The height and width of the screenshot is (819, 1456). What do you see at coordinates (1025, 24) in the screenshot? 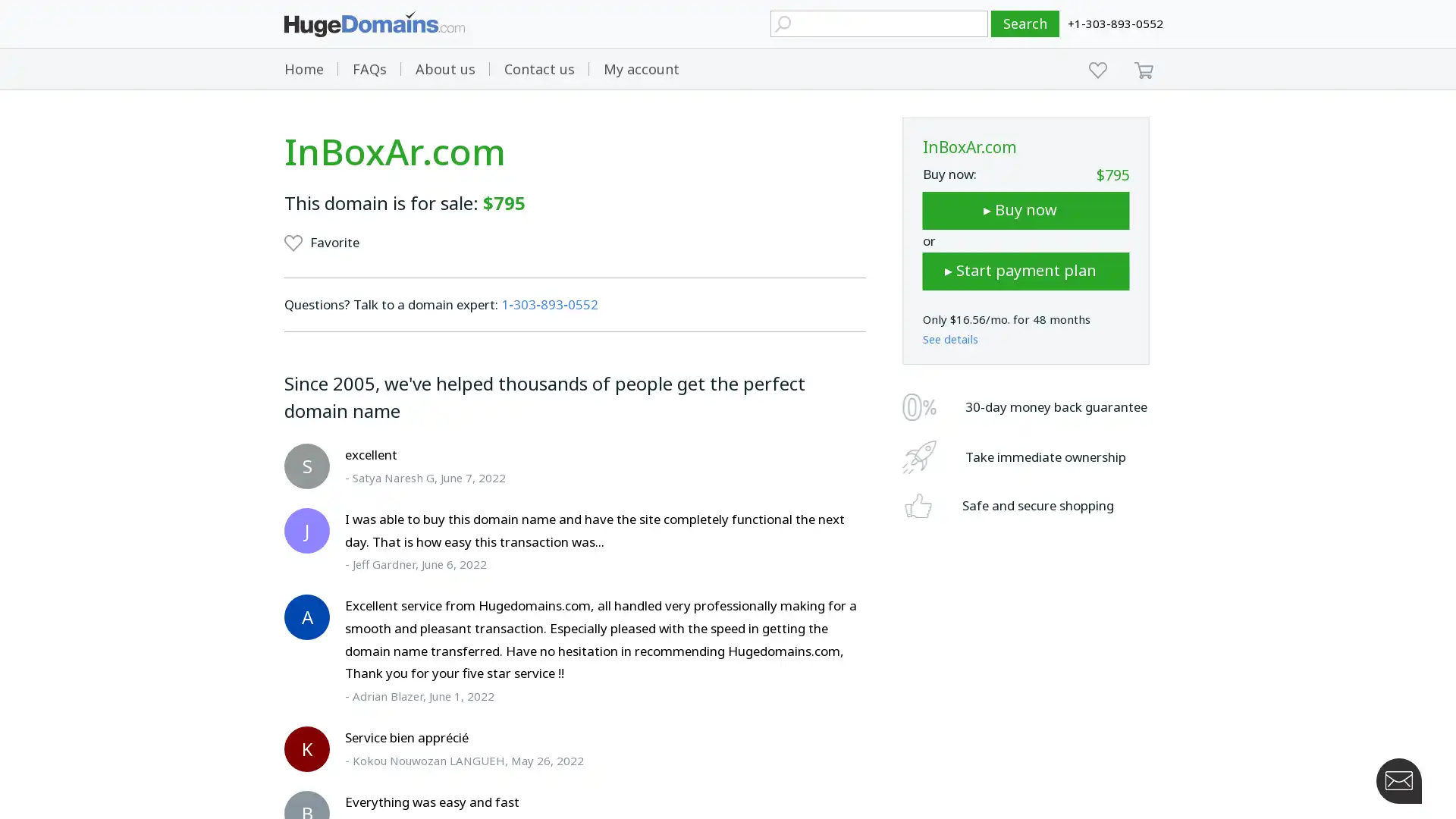
I see `Search` at bounding box center [1025, 24].